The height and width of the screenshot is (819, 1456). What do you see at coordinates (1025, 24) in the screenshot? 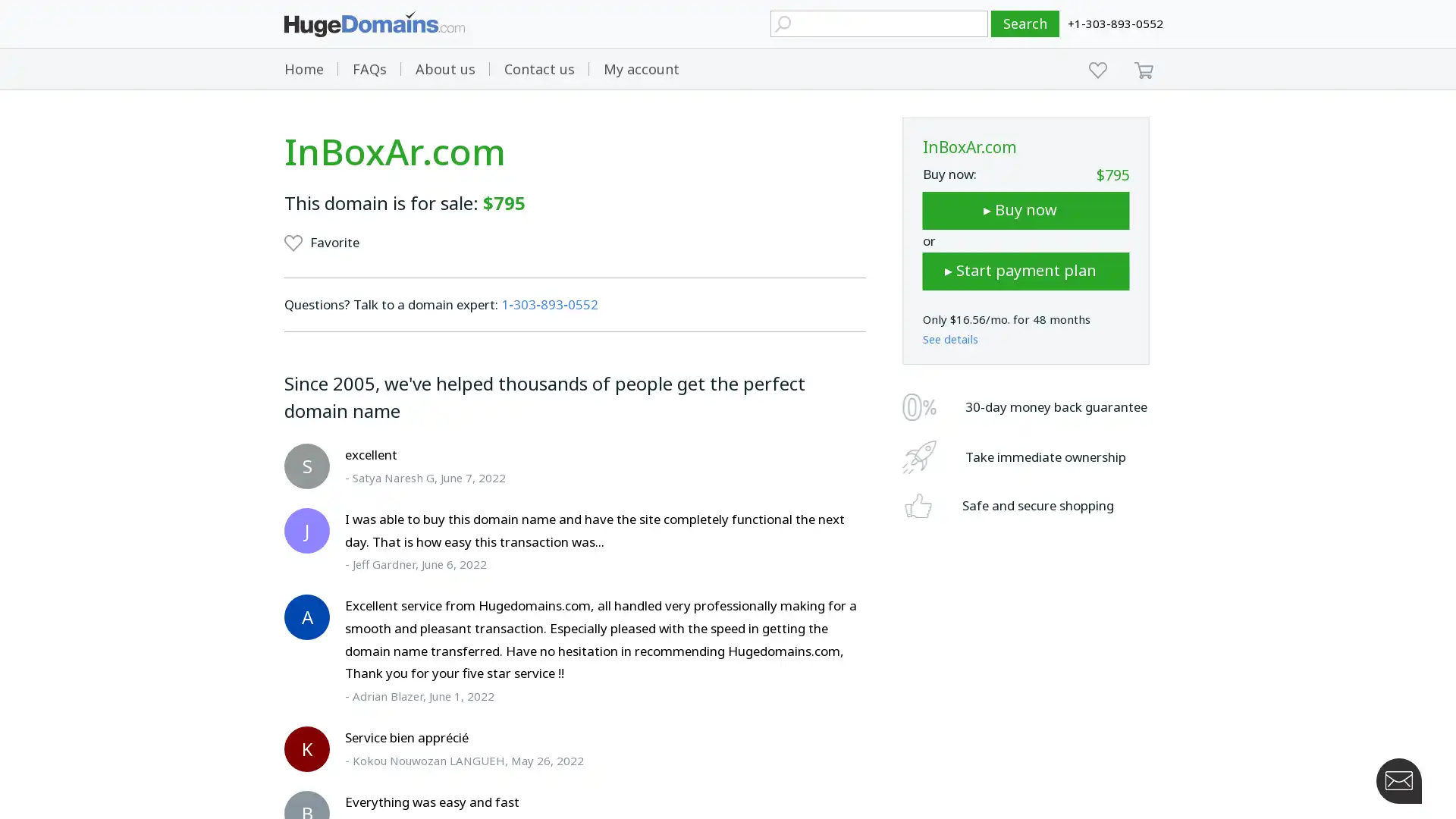
I see `Search` at bounding box center [1025, 24].